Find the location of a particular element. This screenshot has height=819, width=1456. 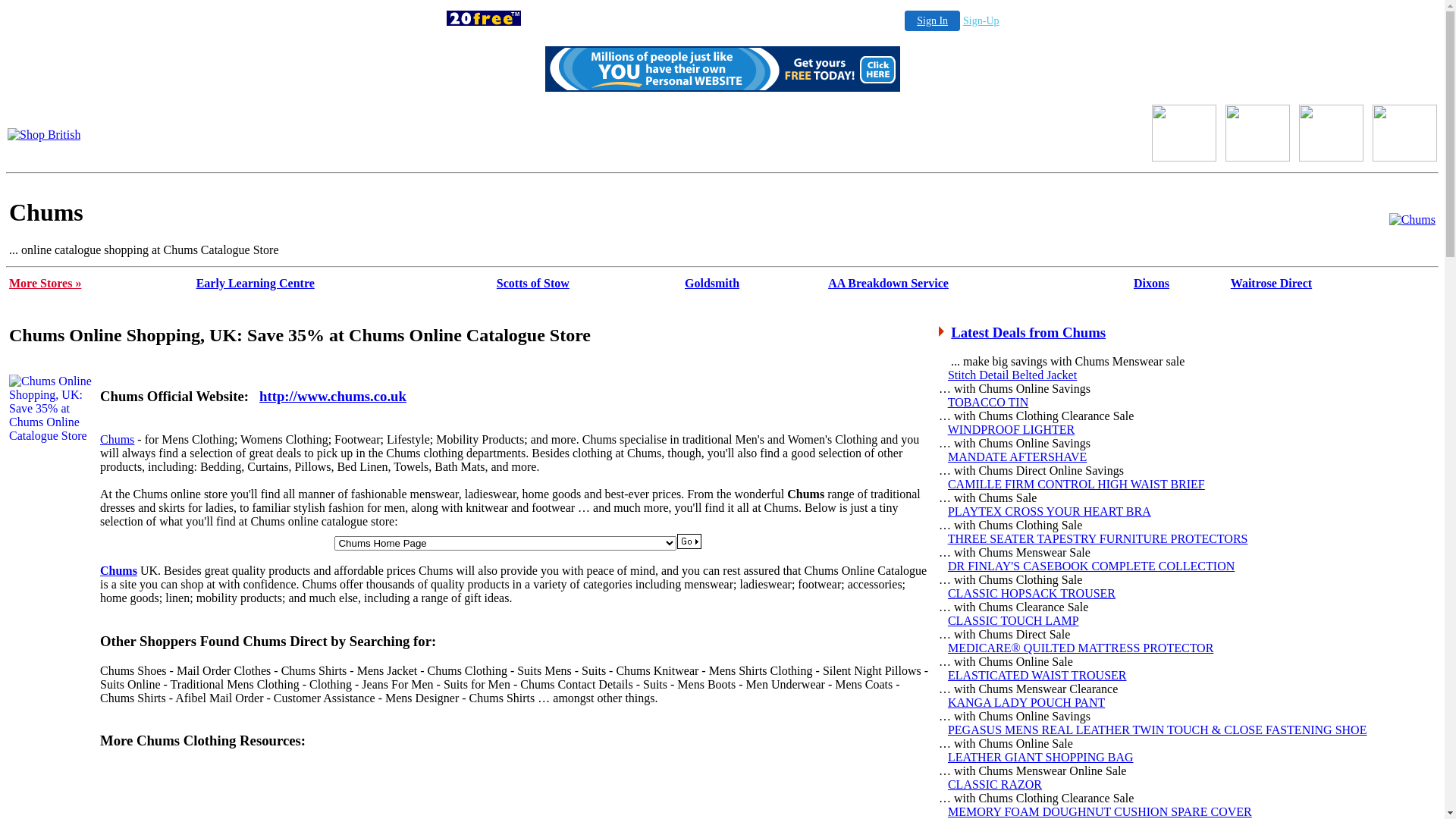

'PLAYTEX CROSS YOUR HEART BRA' is located at coordinates (1048, 511).